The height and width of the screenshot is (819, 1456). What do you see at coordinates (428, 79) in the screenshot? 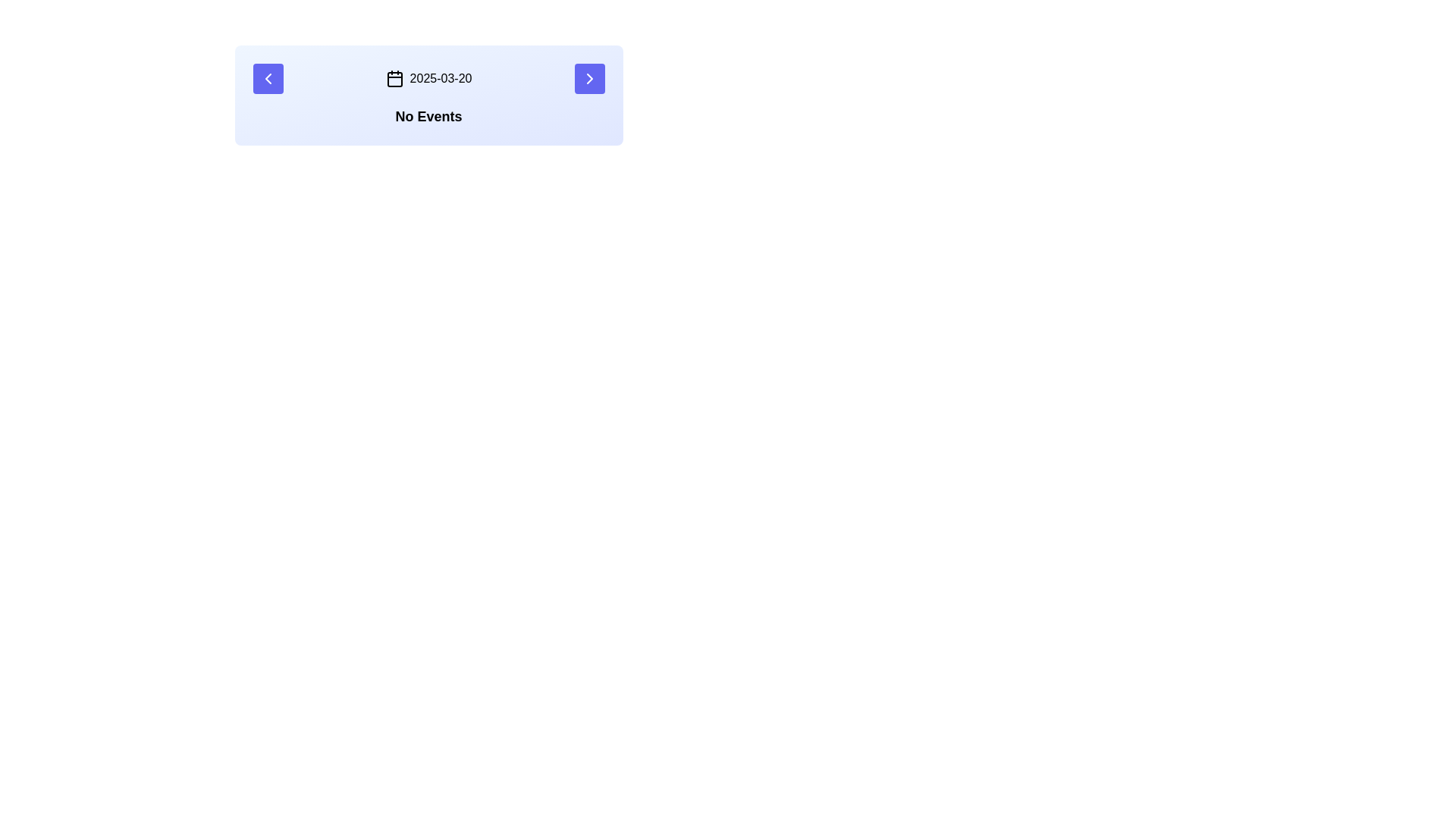
I see `displayed date from the Date display element located at the center of the navigation bar, positioned between the left-facing and right-facing arrows` at bounding box center [428, 79].